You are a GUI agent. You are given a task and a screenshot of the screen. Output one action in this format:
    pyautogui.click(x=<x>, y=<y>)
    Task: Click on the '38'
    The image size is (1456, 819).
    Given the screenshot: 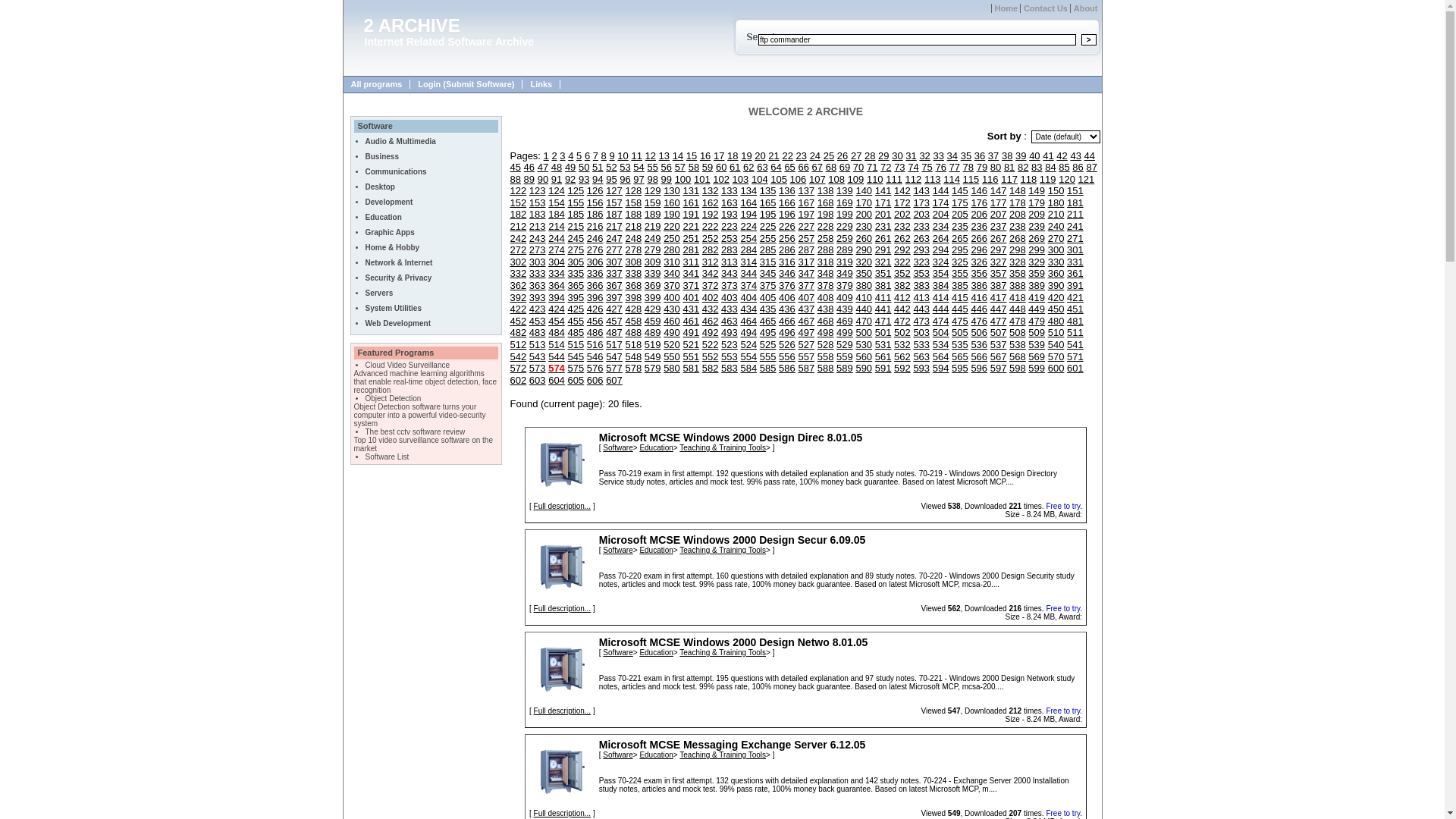 What is the action you would take?
    pyautogui.click(x=1001, y=155)
    